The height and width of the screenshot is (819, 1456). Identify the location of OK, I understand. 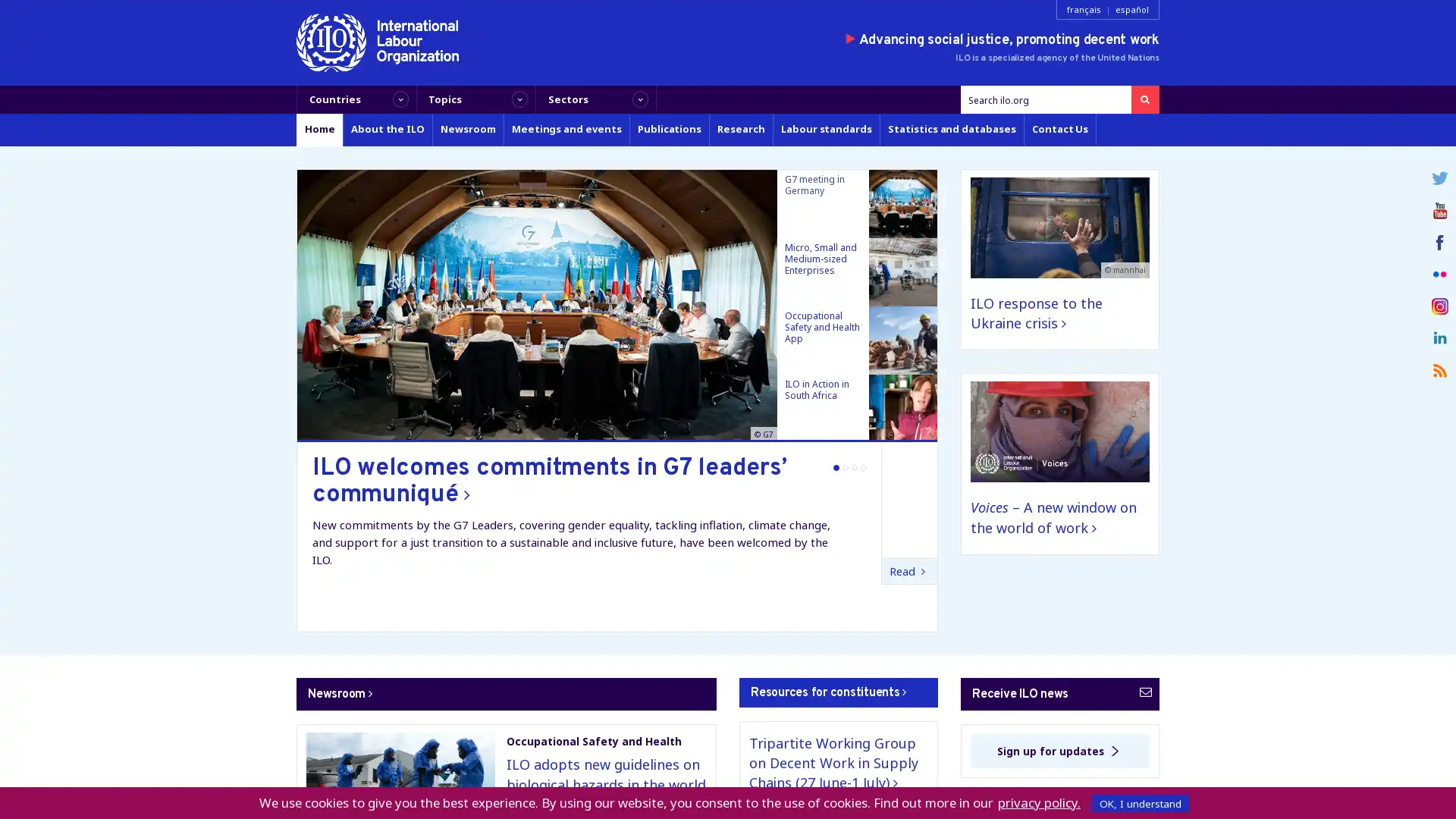
(1140, 802).